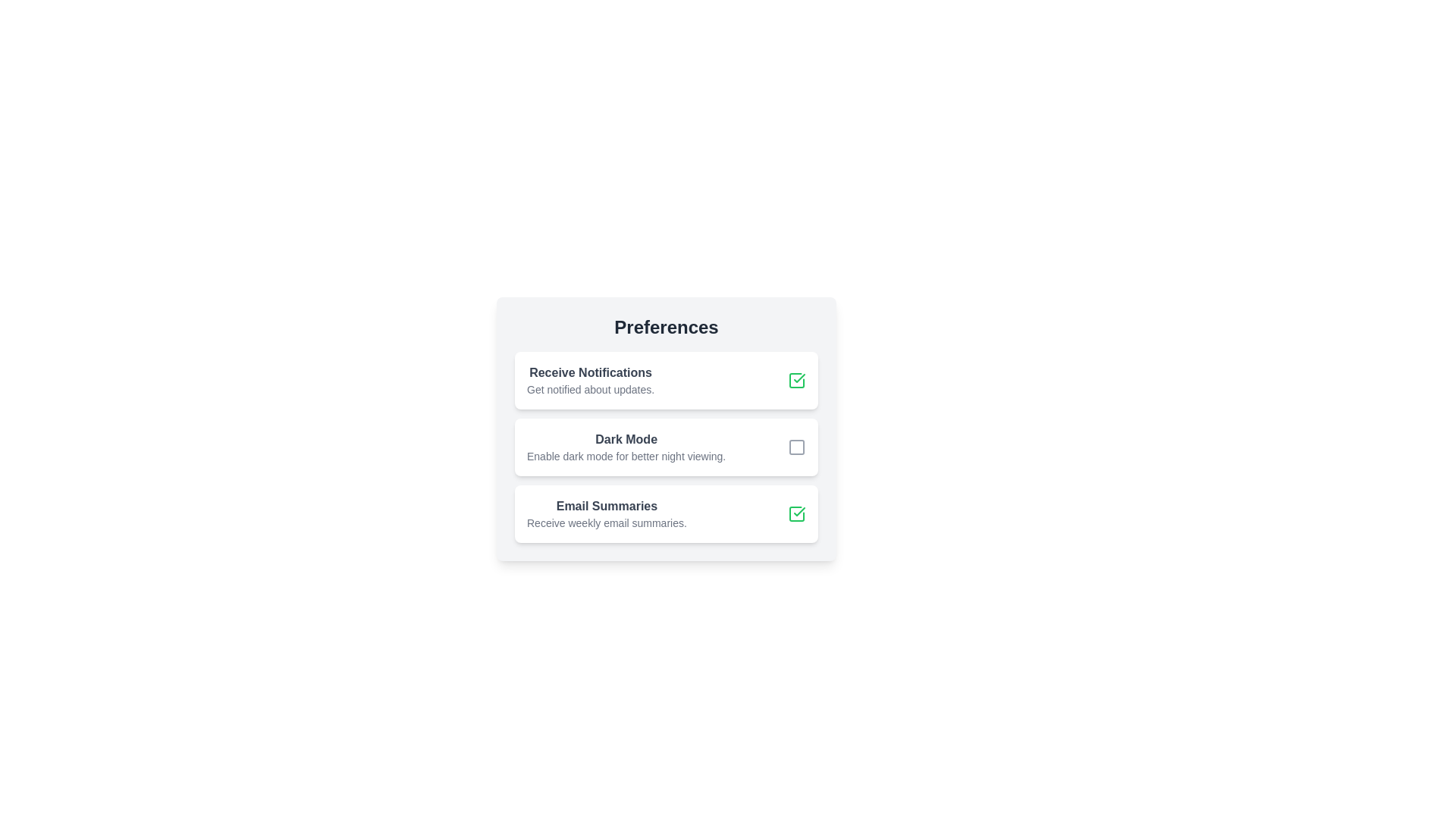  What do you see at coordinates (666, 447) in the screenshot?
I see `the checkbox of the 'Dark Mode' toggleable list item` at bounding box center [666, 447].